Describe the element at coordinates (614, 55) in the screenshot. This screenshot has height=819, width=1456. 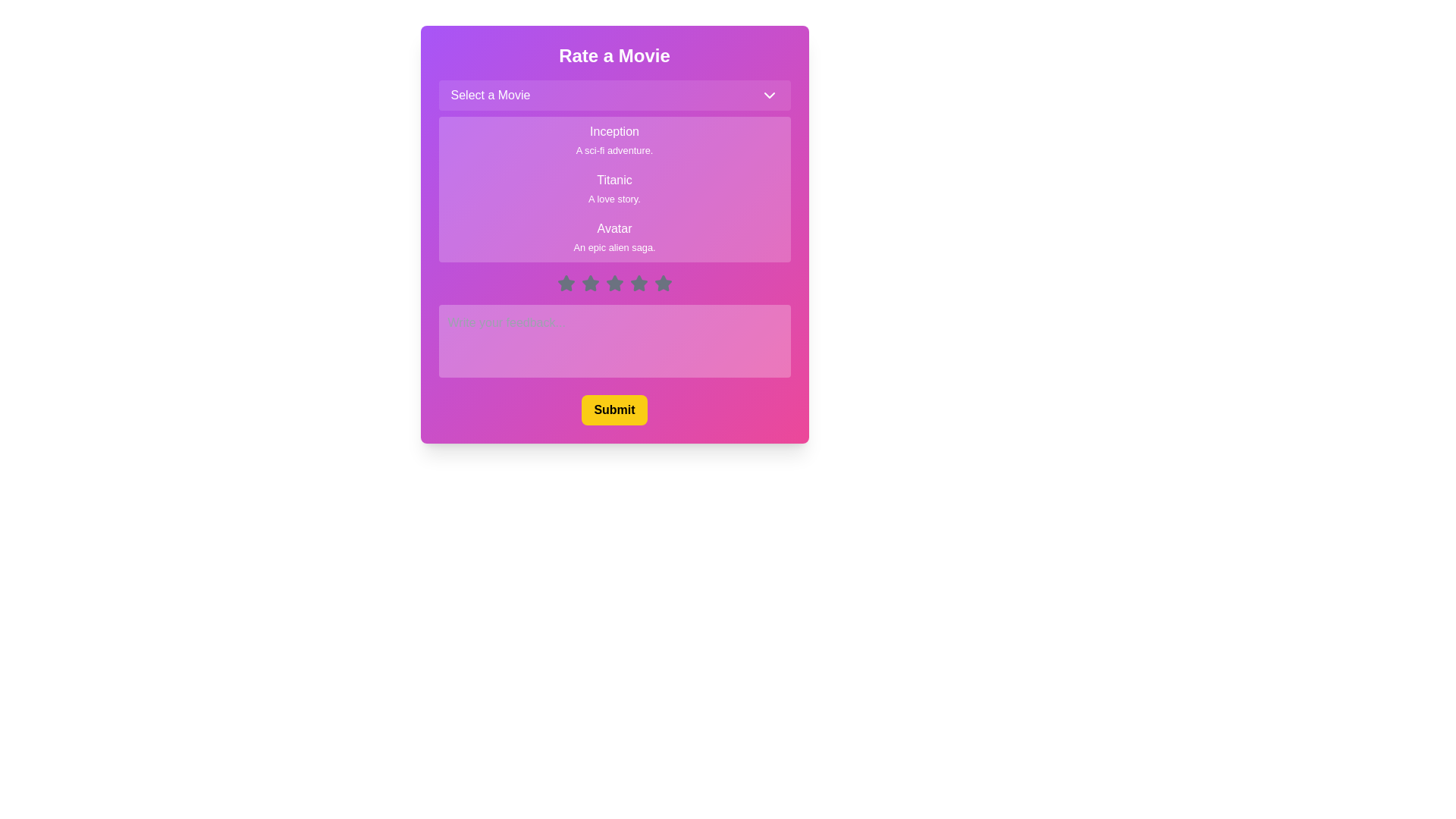
I see `the header text that says 'Rate a Movie', which is styled in a larger, bold font and centrally aligned at the top of the dialog box, above the dropdown labeled 'Select a Movie'` at that location.